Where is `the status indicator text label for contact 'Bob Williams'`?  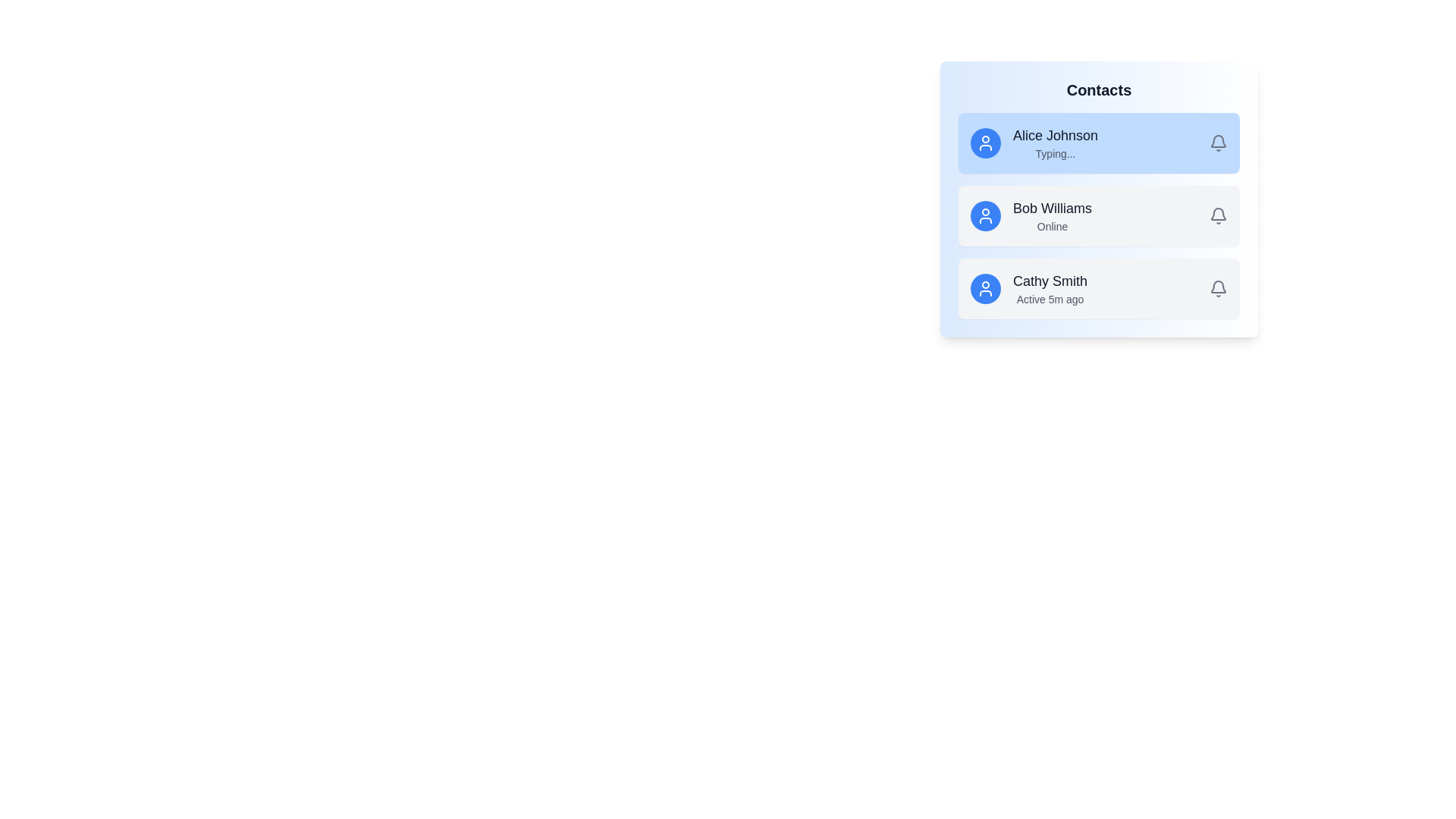 the status indicator text label for contact 'Bob Williams' is located at coordinates (1051, 227).